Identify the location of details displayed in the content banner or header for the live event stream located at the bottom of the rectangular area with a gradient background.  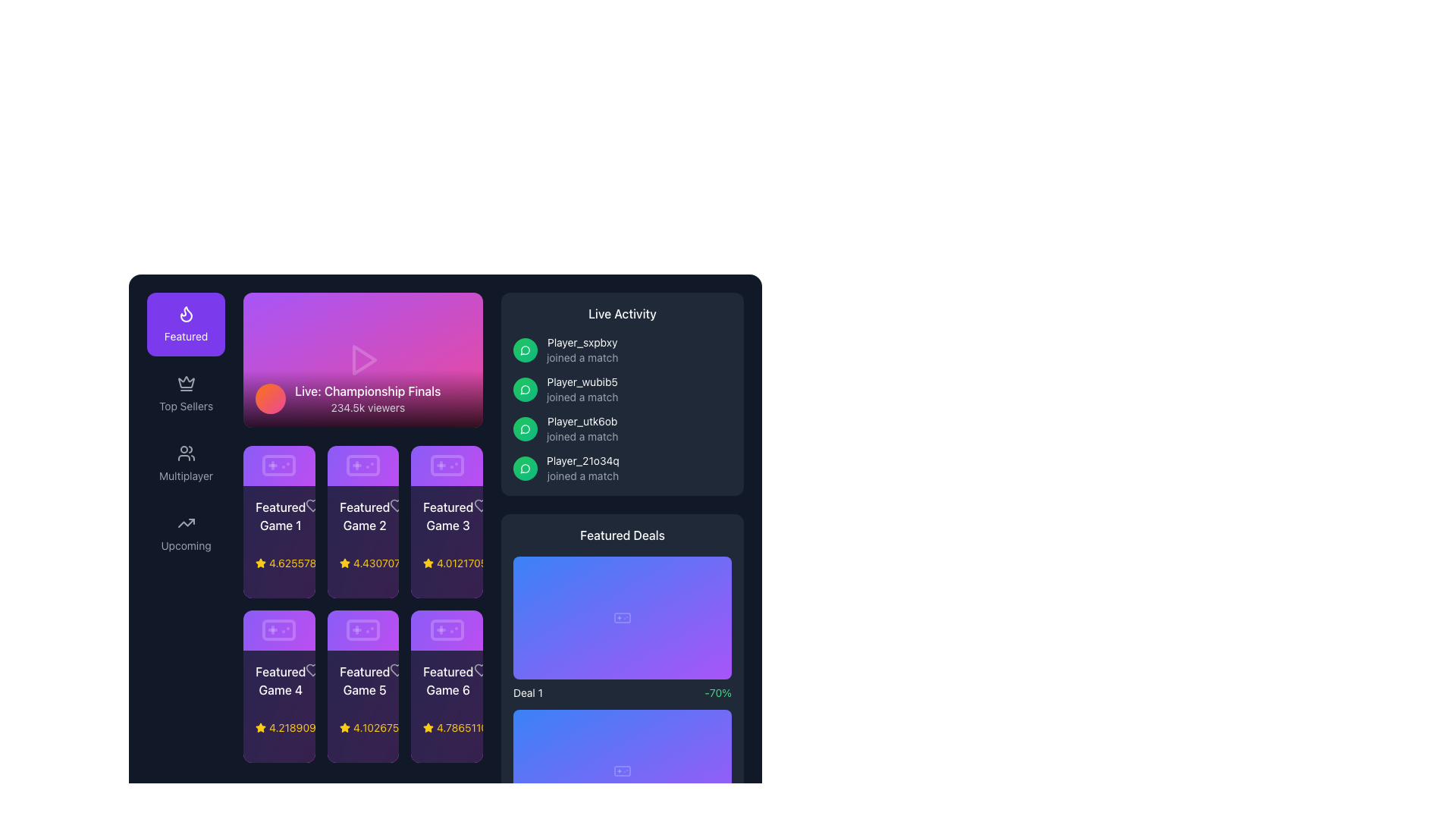
(362, 397).